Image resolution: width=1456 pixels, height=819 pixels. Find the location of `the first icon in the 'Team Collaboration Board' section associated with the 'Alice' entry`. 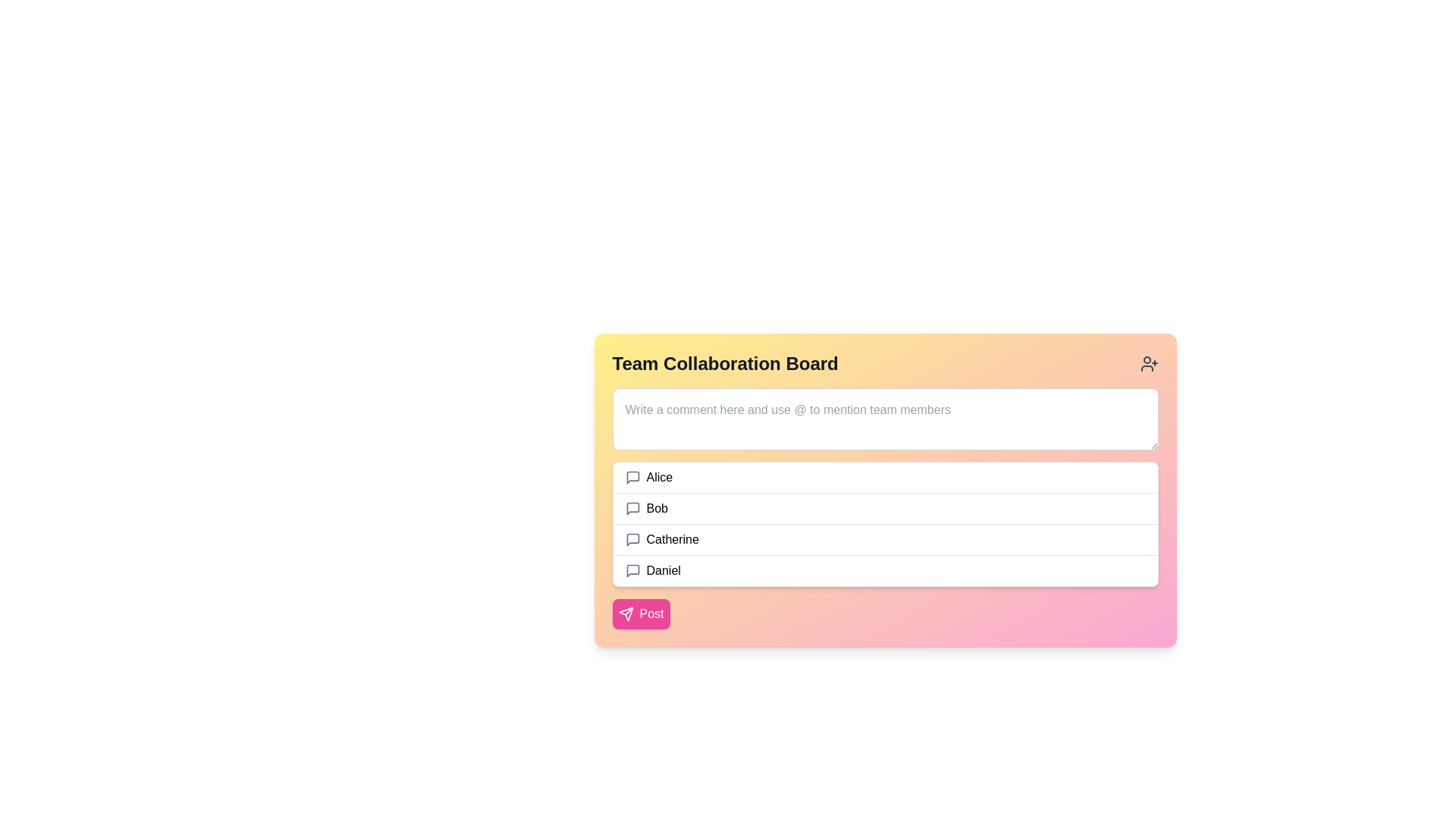

the first icon in the 'Team Collaboration Board' section associated with the 'Alice' entry is located at coordinates (632, 476).